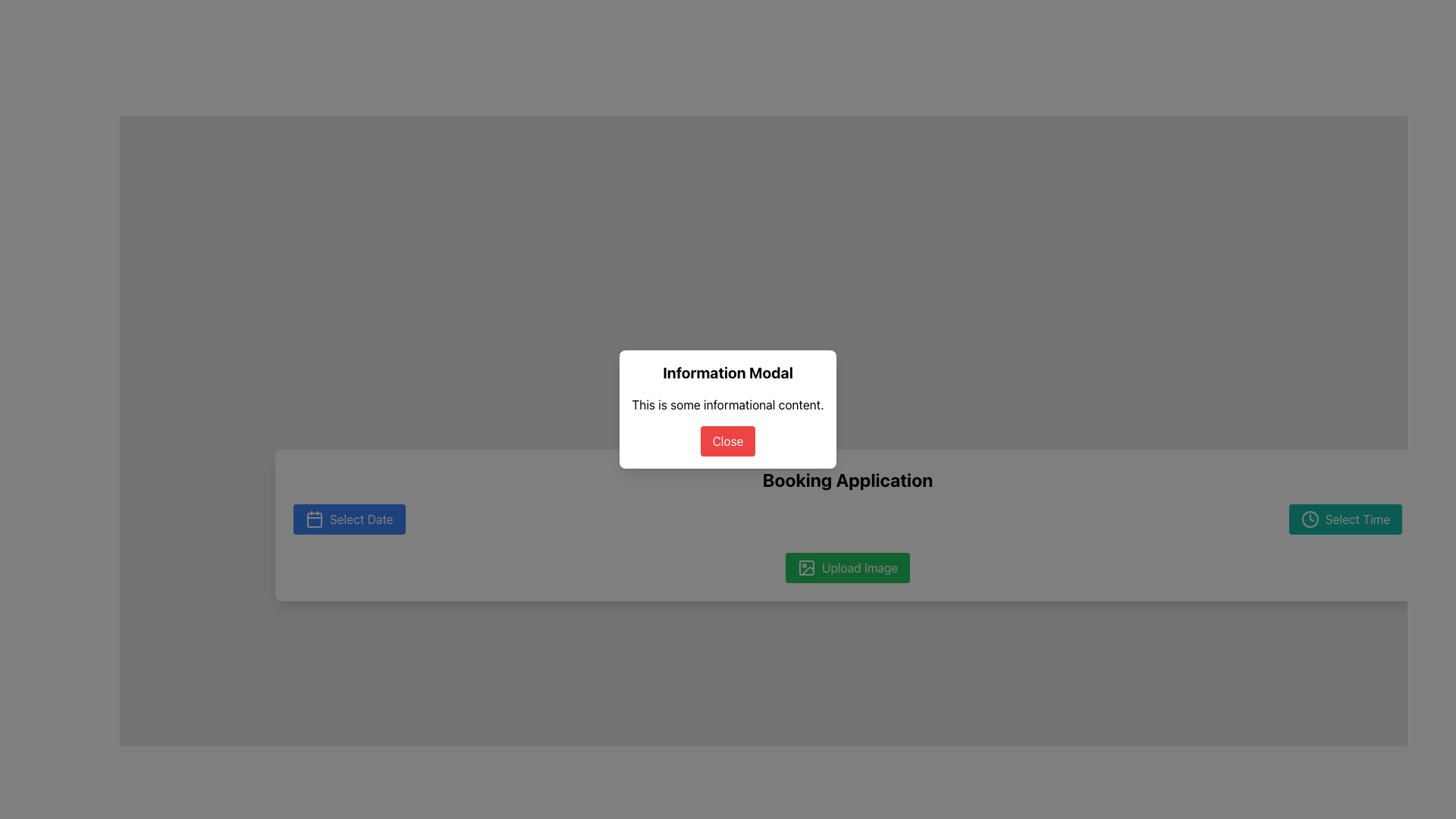 The height and width of the screenshot is (819, 1456). Describe the element at coordinates (313, 519) in the screenshot. I see `the calendar icon located on the left side of the 'Select Date' button to interact with the button` at that location.